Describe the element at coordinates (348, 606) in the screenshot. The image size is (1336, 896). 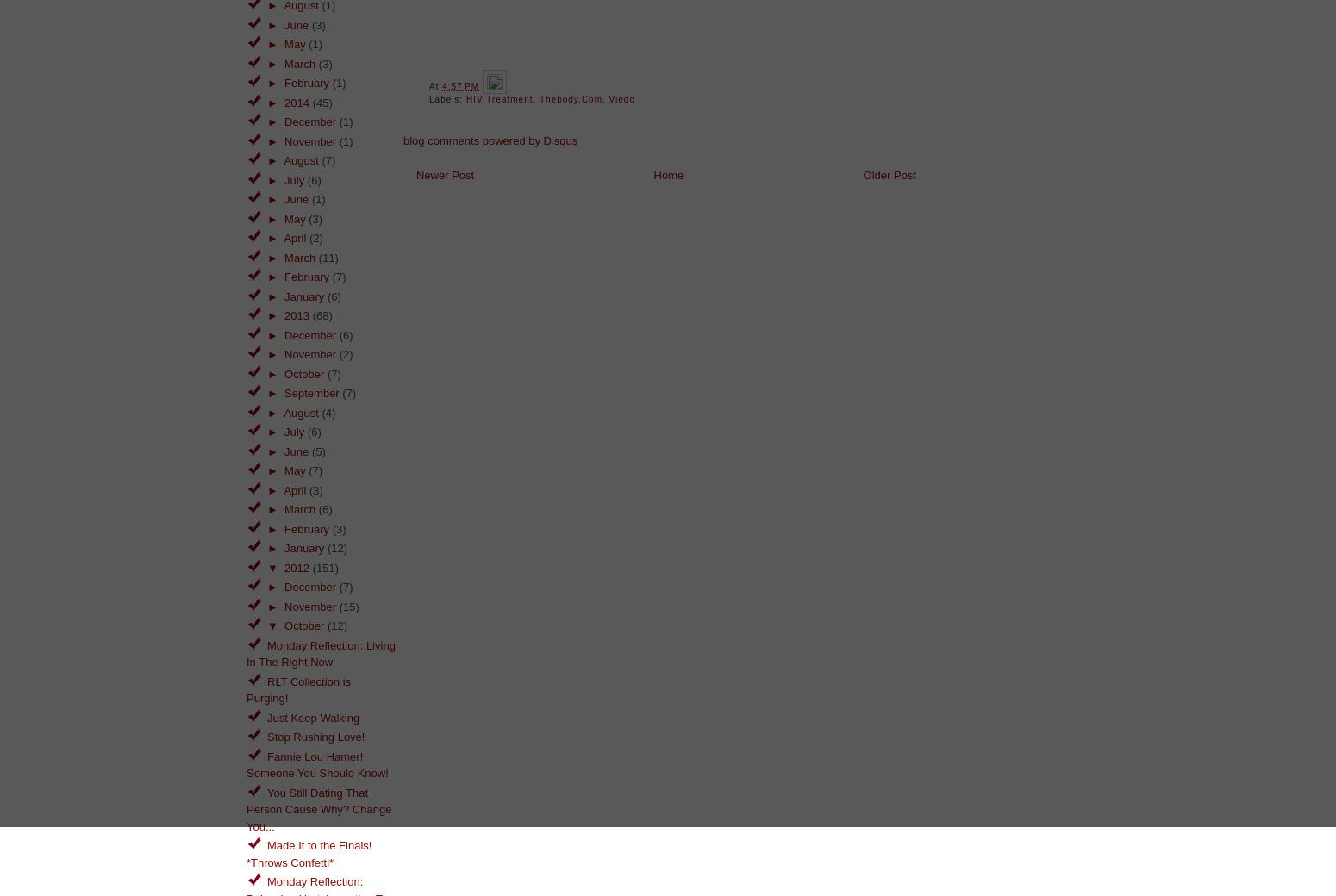
I see `'(15)'` at that location.